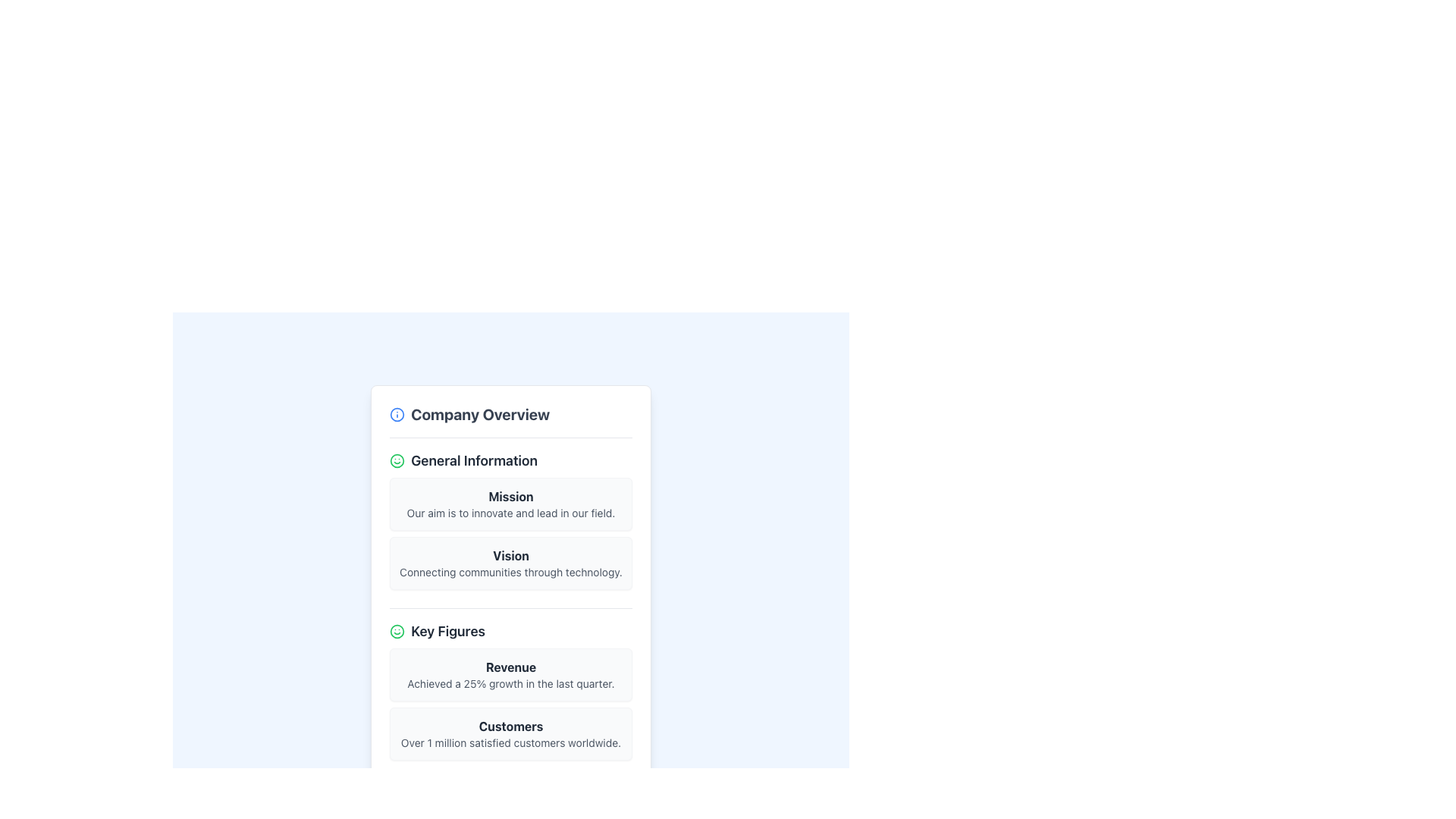  What do you see at coordinates (510, 504) in the screenshot?
I see `the Informational card element titled 'Mission', which contains a description about innovation and leadership, located in the 'General Information' section` at bounding box center [510, 504].